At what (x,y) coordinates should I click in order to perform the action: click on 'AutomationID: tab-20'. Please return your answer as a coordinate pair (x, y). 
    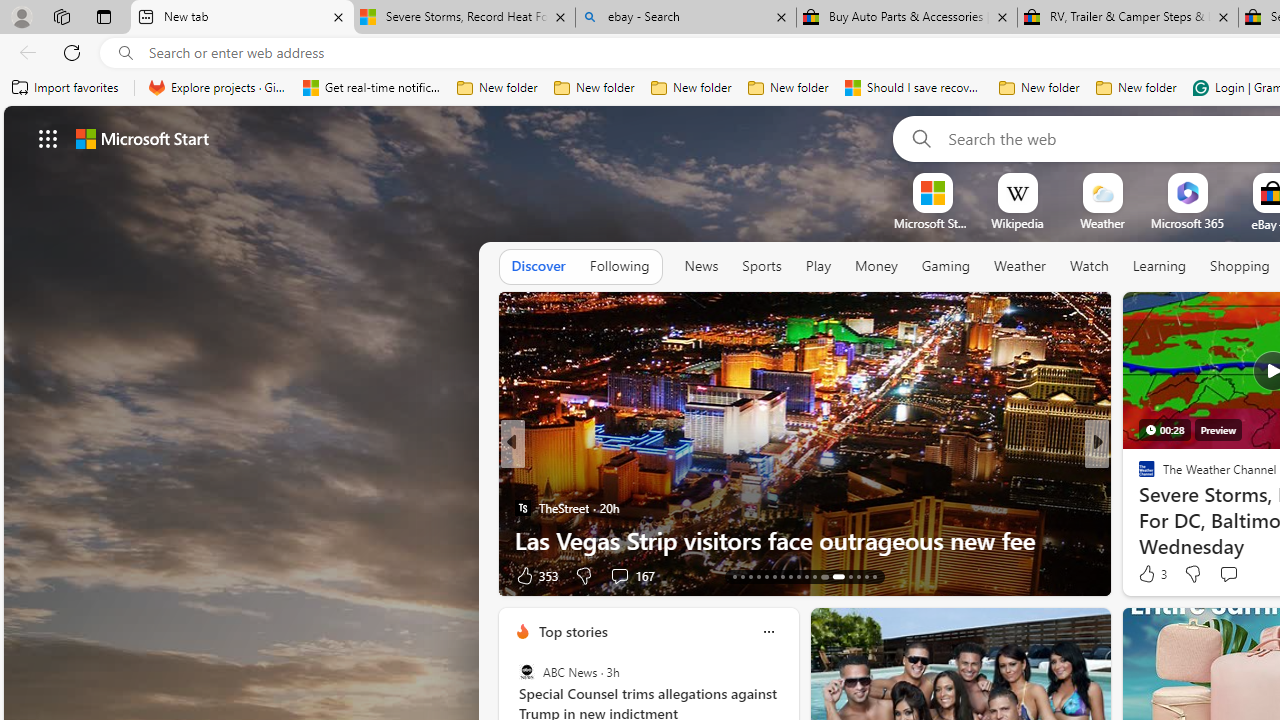
    Looking at the image, I should click on (789, 577).